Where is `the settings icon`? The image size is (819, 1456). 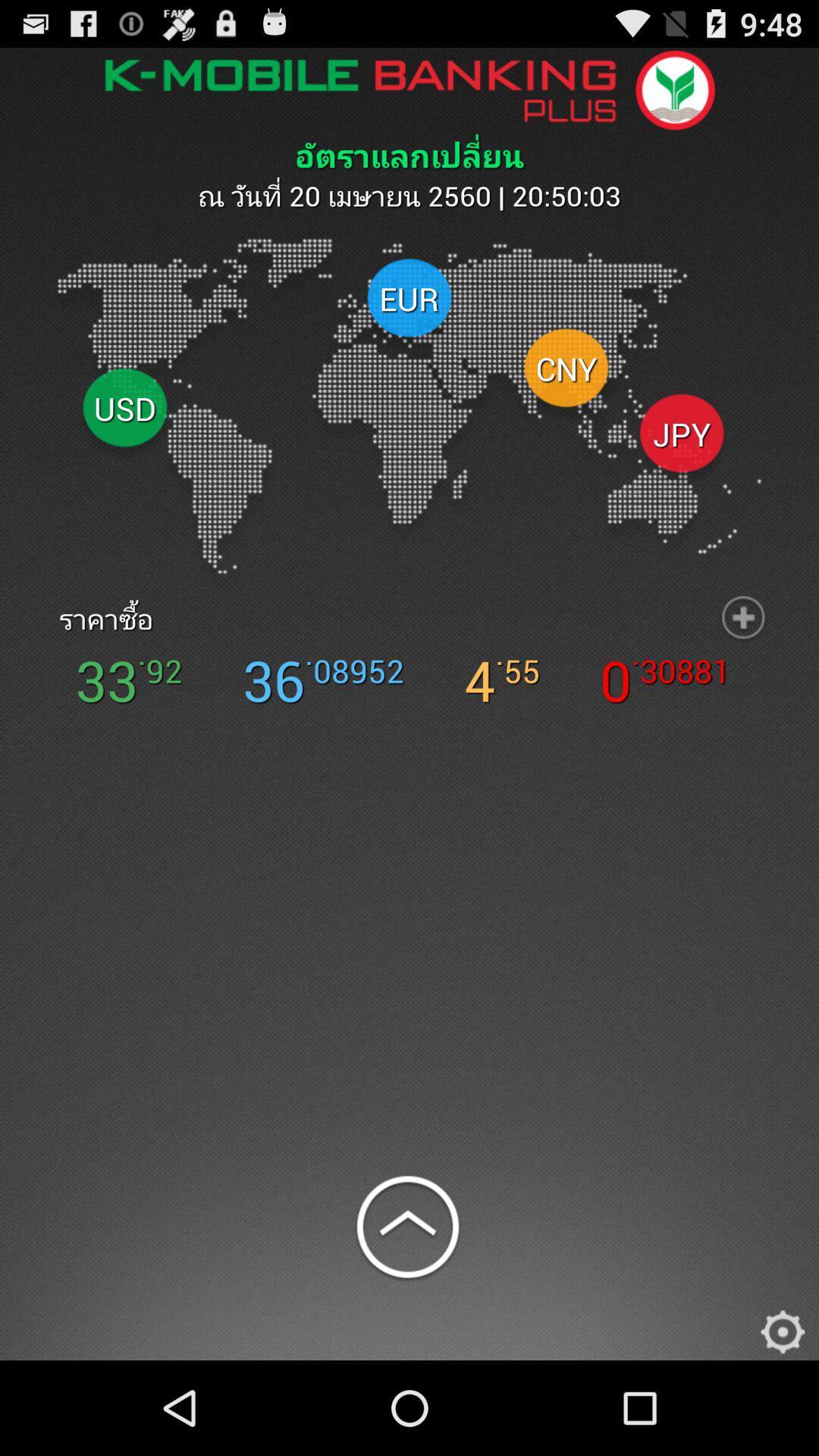 the settings icon is located at coordinates (783, 1420).